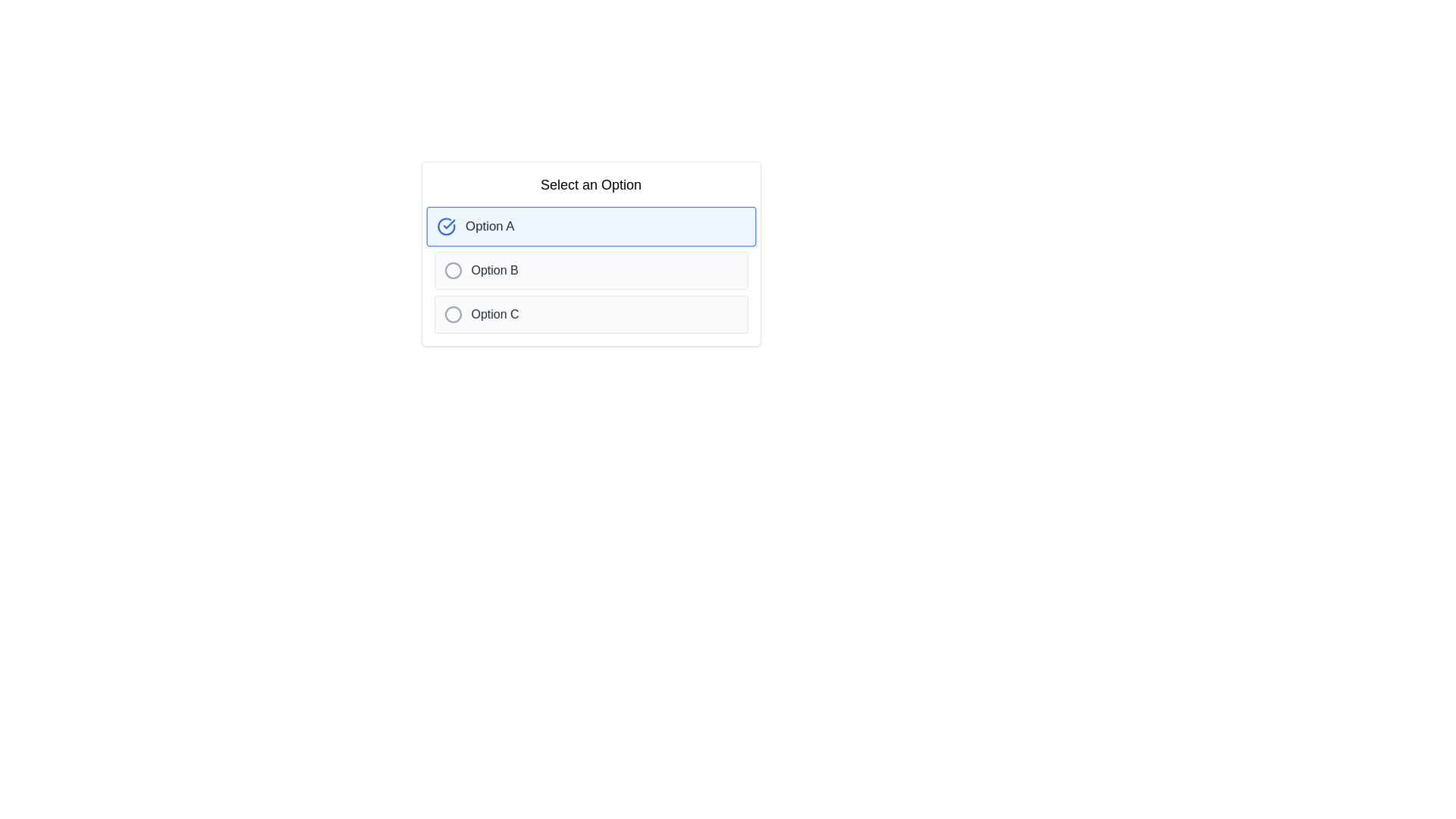  I want to click on the Circle graphical element representing a radio button next to 'Option B', so click(452, 270).